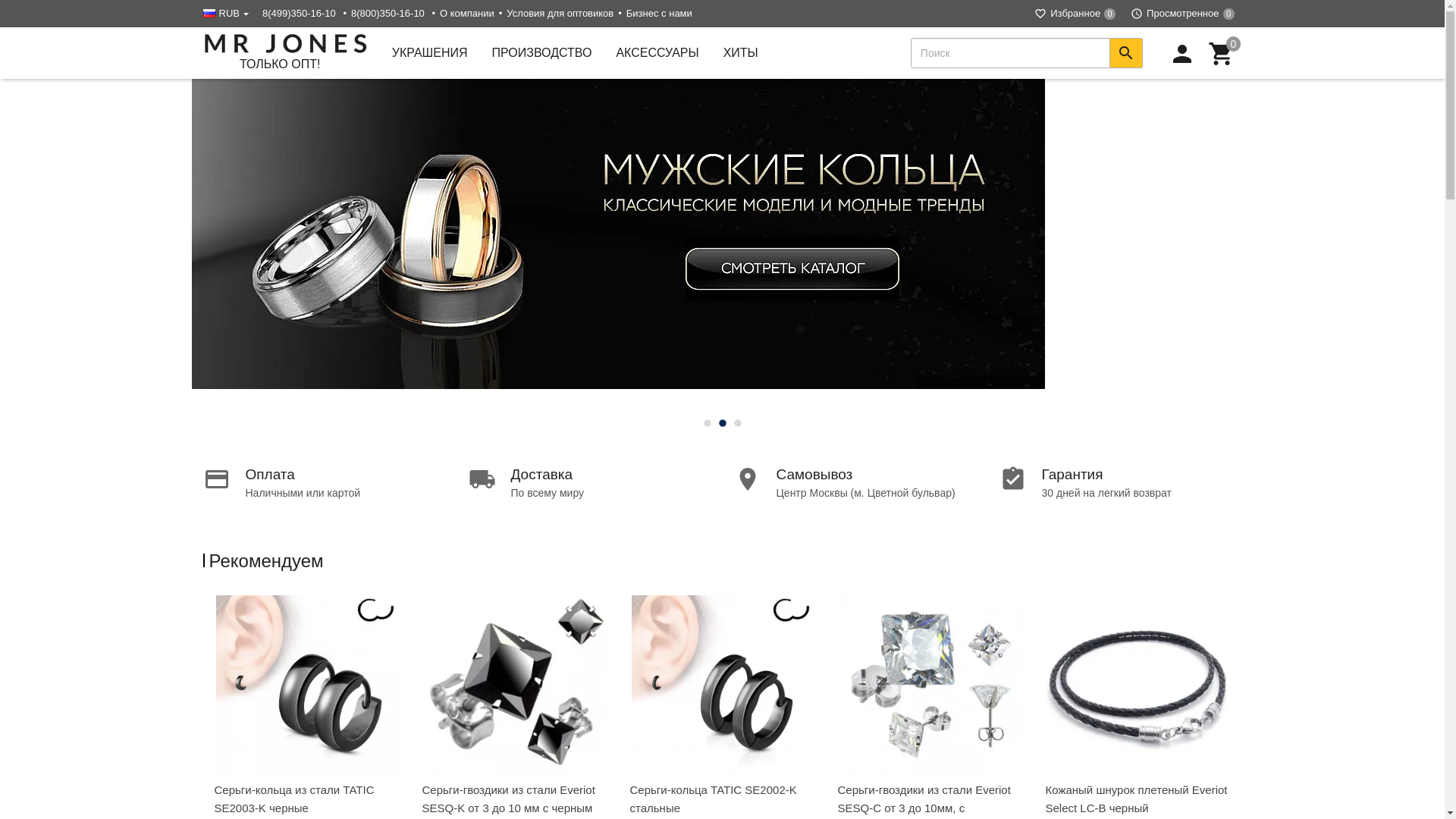 This screenshot has height=819, width=1456. I want to click on 'RUB', so click(227, 13).